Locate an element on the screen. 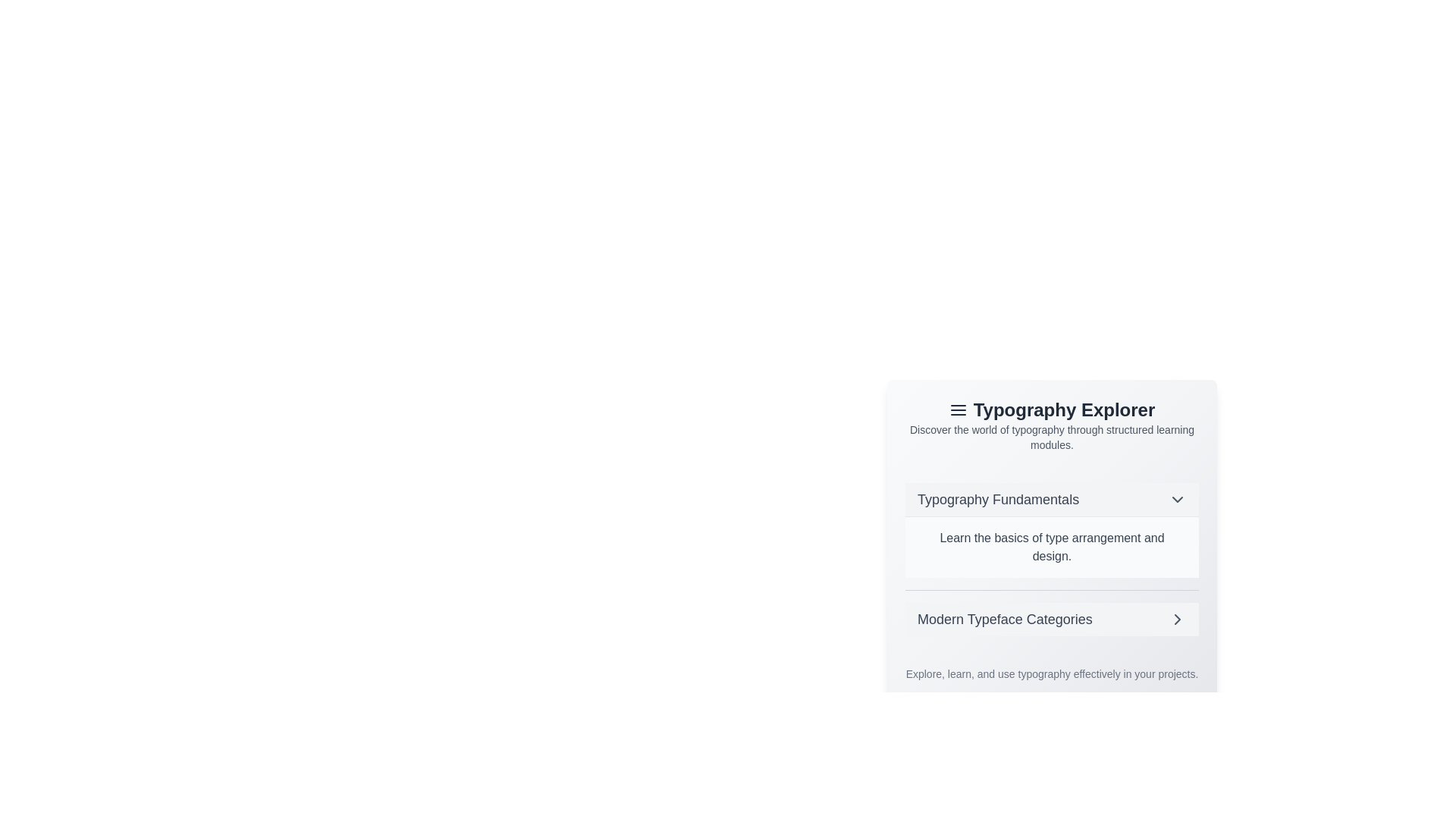  the 'Modern Typeface Categories' button, which is a rectangular light gray button located below the 'Typography Fundamentals' item in the 'Typography Explorer' module is located at coordinates (1051, 619).